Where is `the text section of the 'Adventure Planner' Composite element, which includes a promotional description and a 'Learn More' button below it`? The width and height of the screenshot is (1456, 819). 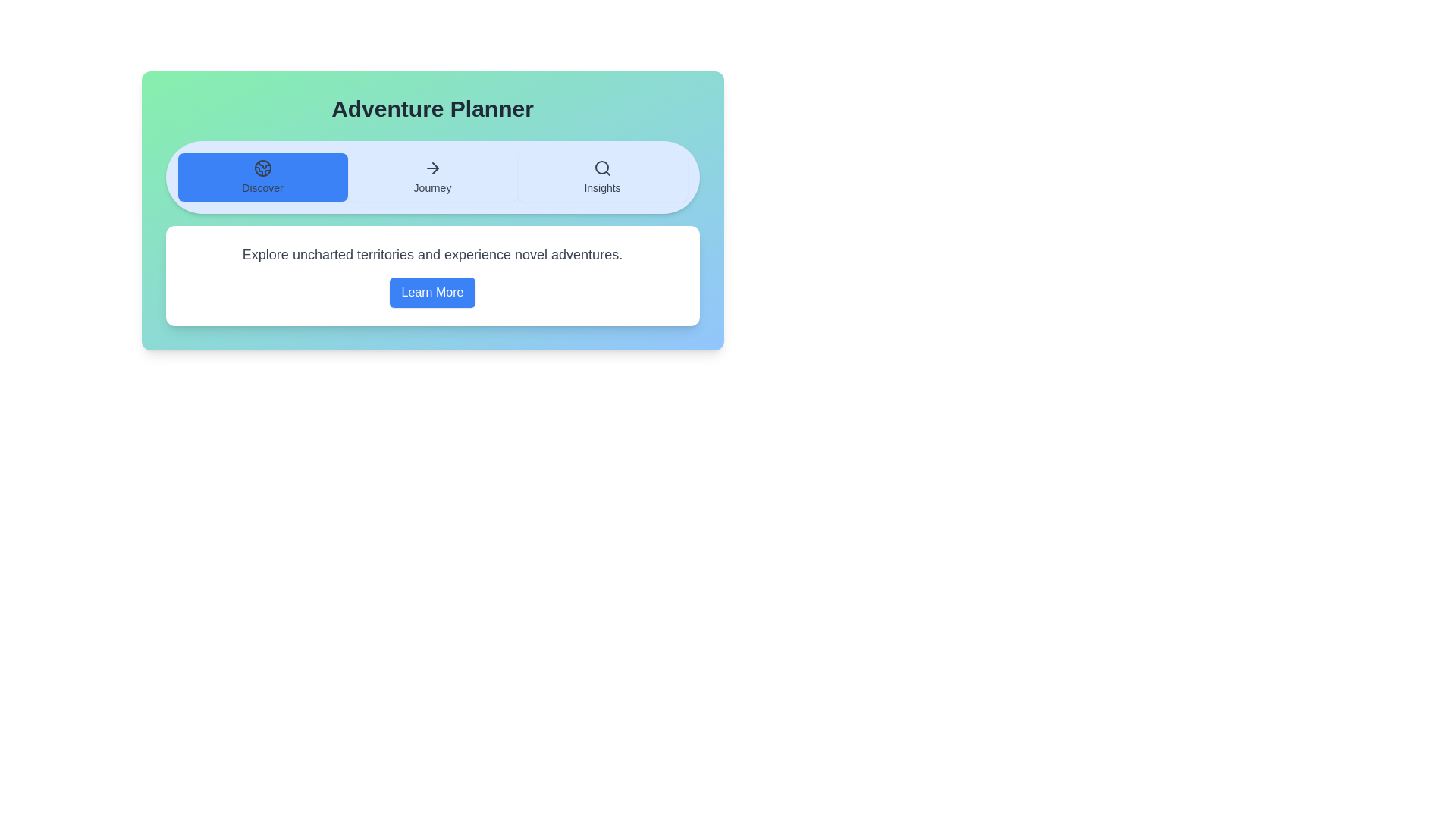
the text section of the 'Adventure Planner' Composite element, which includes a promotional description and a 'Learn More' button below it is located at coordinates (431, 234).